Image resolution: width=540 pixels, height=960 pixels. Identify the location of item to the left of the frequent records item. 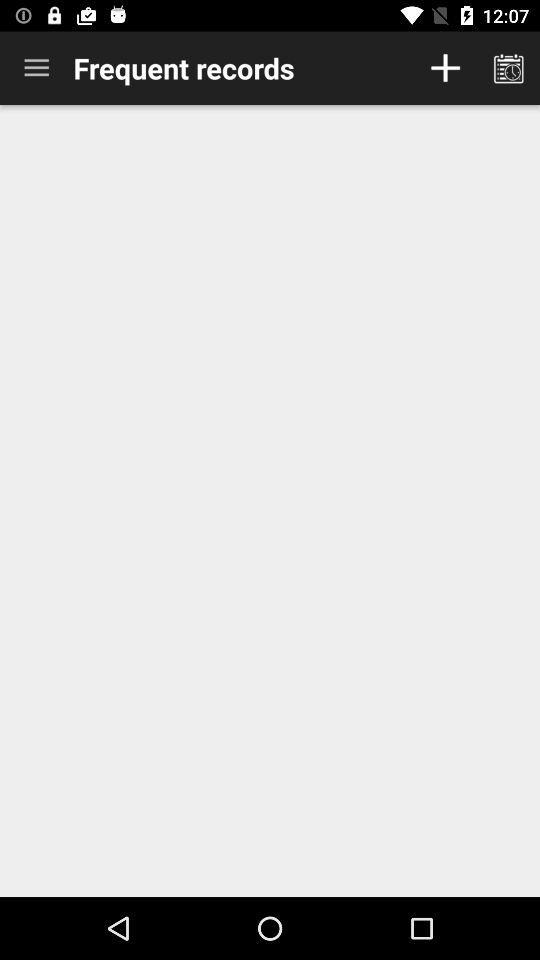
(36, 68).